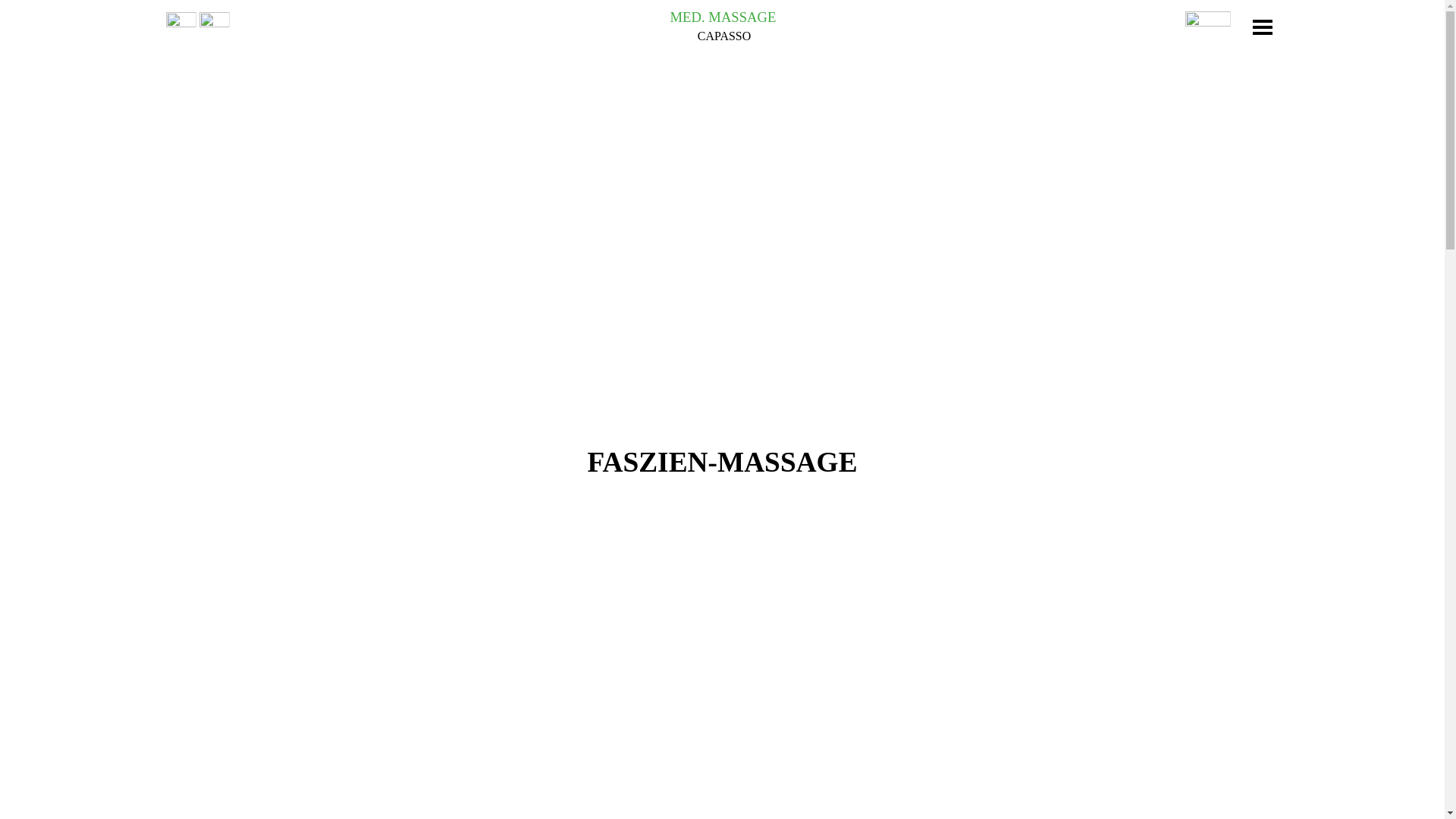 The width and height of the screenshot is (1456, 819). I want to click on 'MED. MASSAGE', so click(723, 17).